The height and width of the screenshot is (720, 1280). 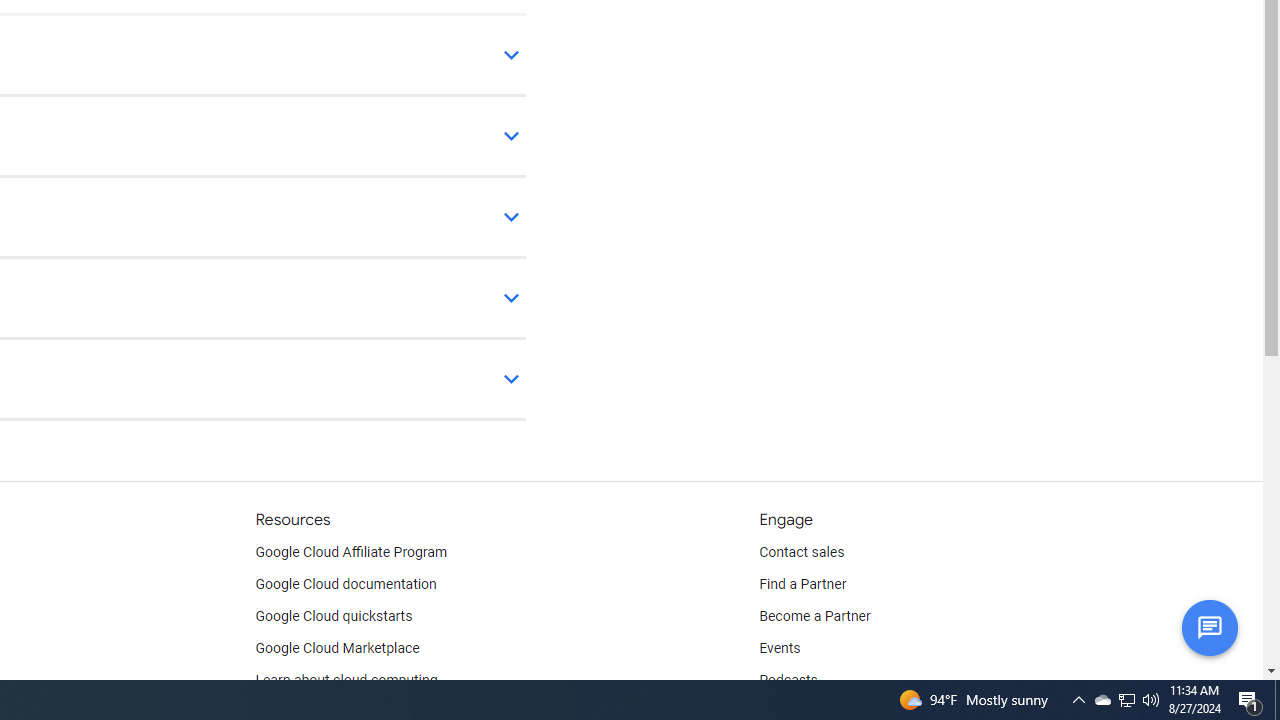 I want to click on 'Become a Partner', so click(x=814, y=616).